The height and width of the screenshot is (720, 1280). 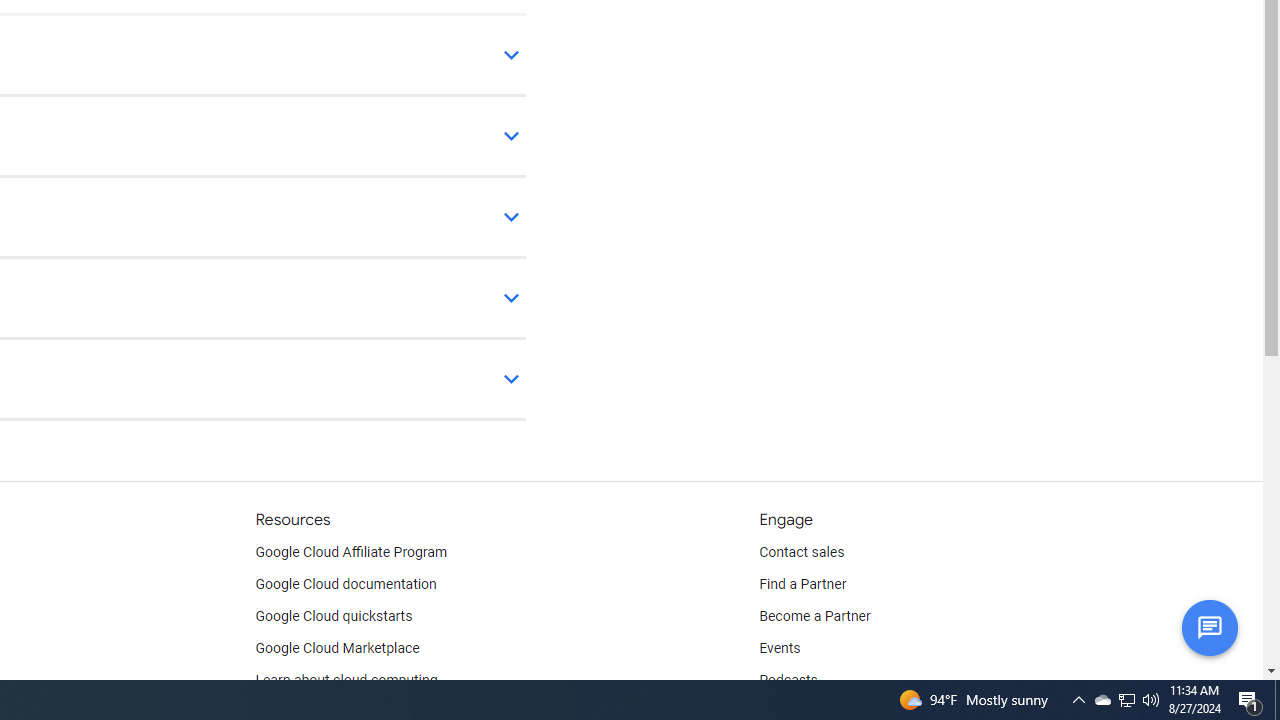 I want to click on 'Become a Partner', so click(x=814, y=616).